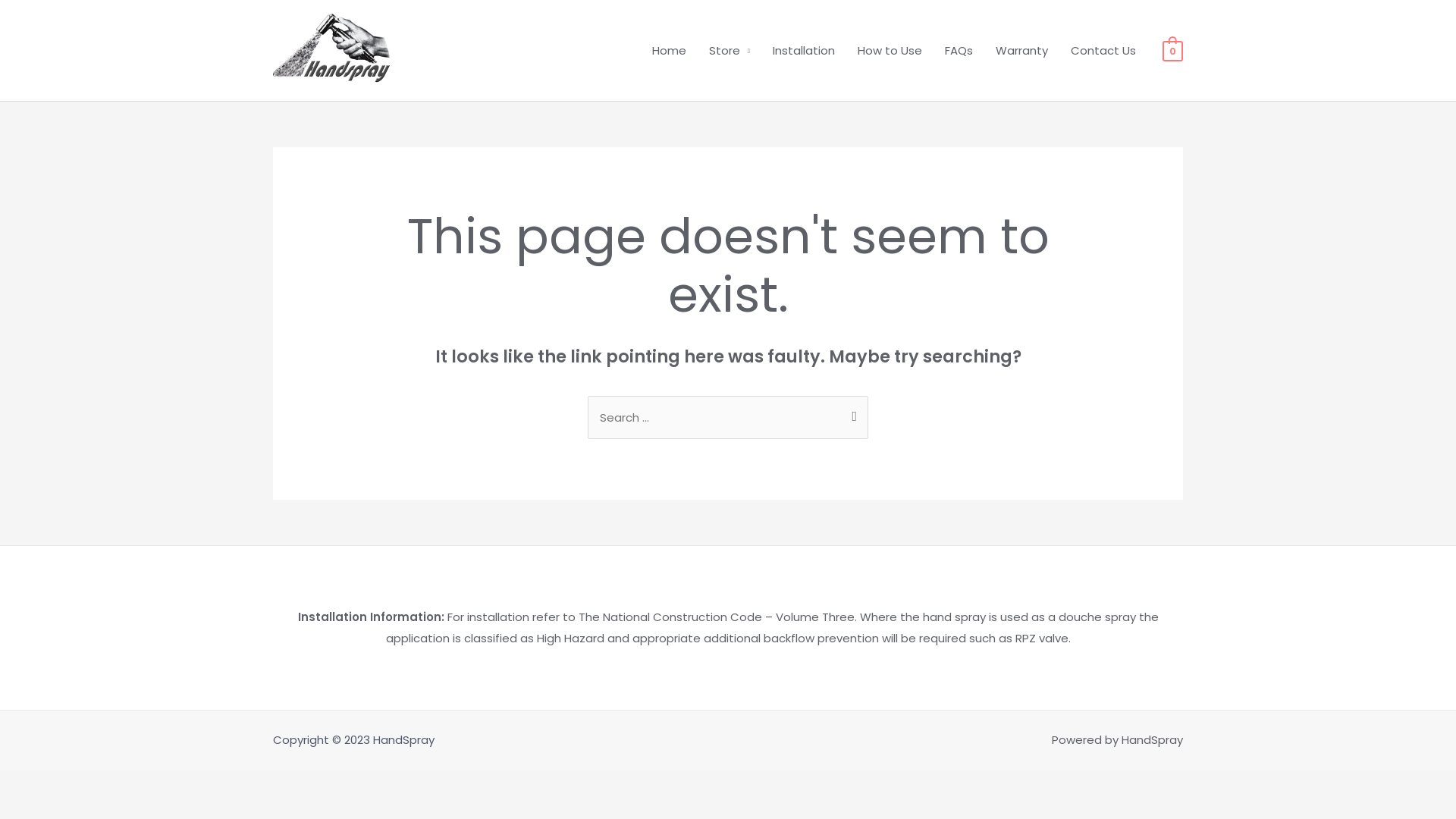 This screenshot has width=1456, height=819. Describe the element at coordinates (668, 49) in the screenshot. I see `'Home'` at that location.